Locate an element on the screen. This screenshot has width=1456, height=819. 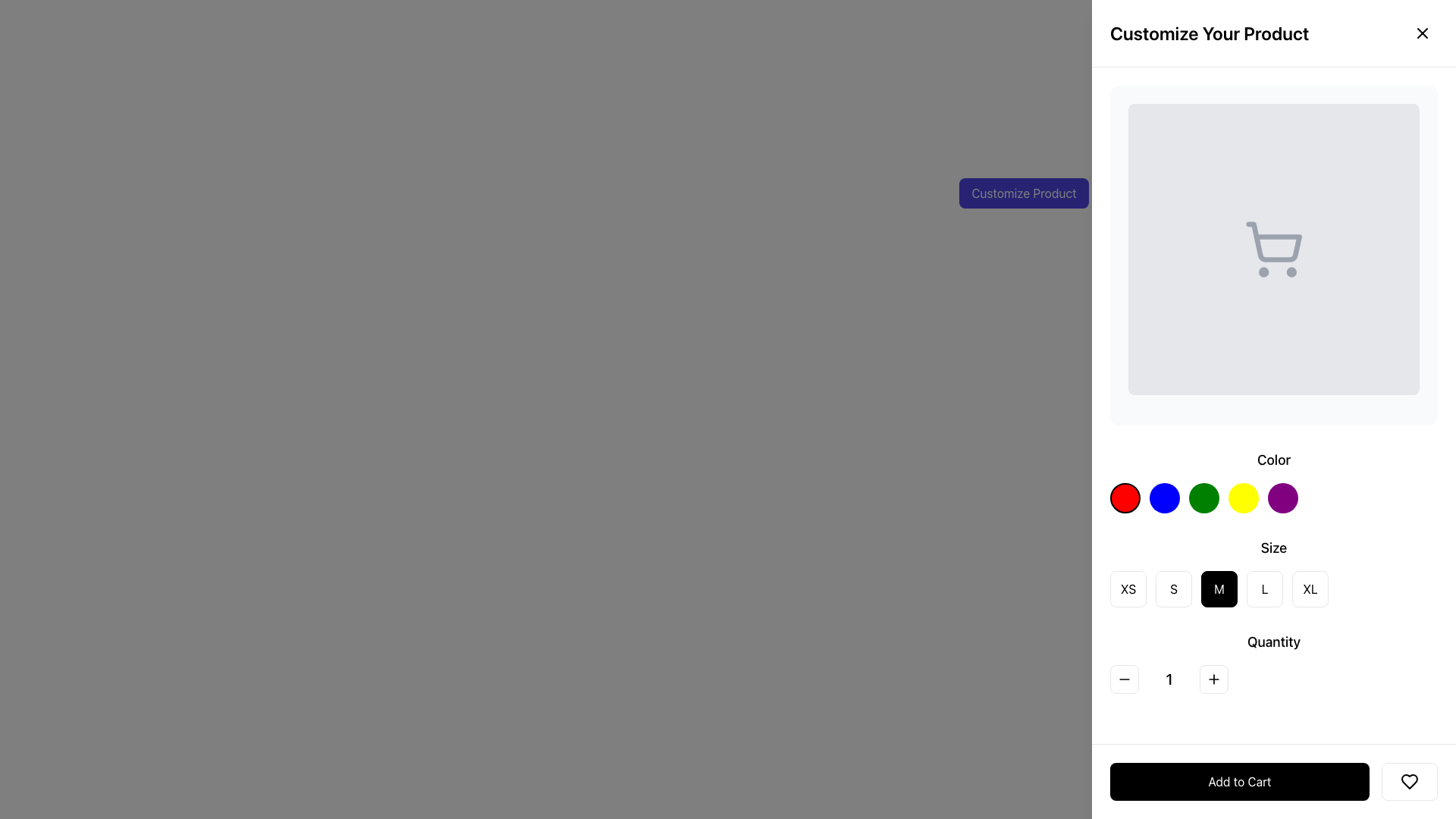
the 'XL' size selection button, which is the fifth button in the horizontal row of size options below the 'Color' selection section is located at coordinates (1310, 588).